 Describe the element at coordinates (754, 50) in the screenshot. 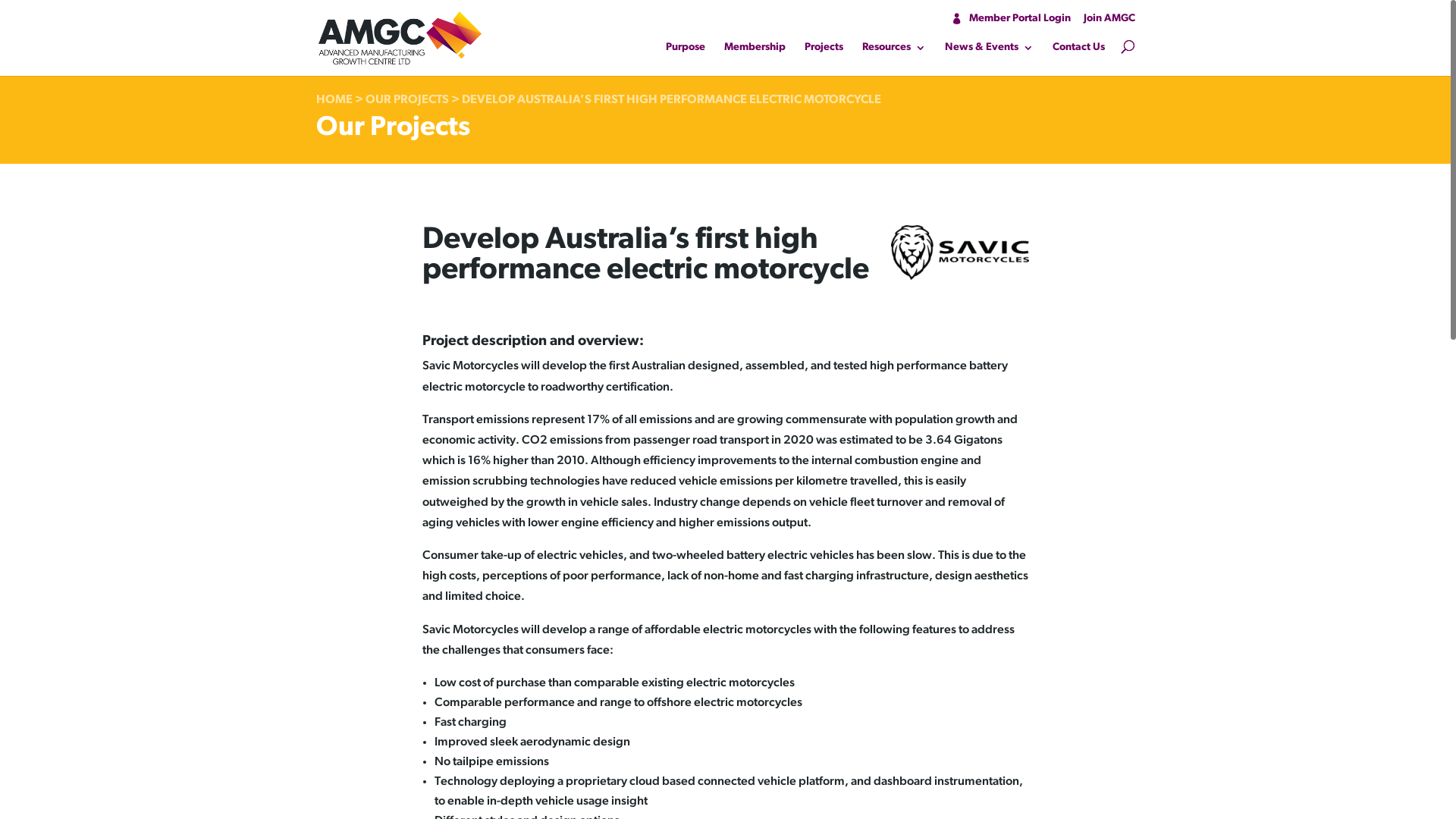

I see `'Membership'` at that location.